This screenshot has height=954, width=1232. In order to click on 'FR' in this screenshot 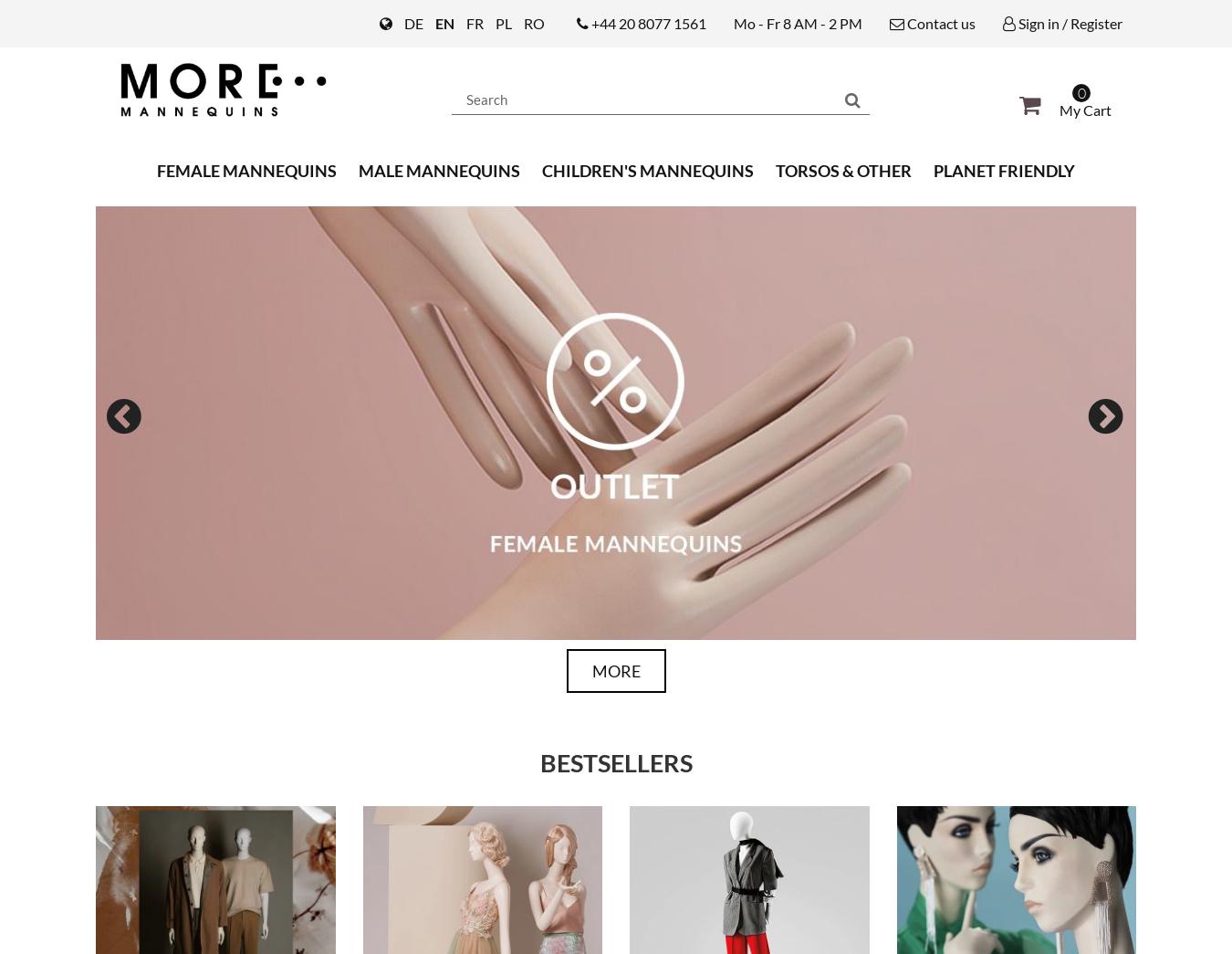, I will do `click(465, 22)`.